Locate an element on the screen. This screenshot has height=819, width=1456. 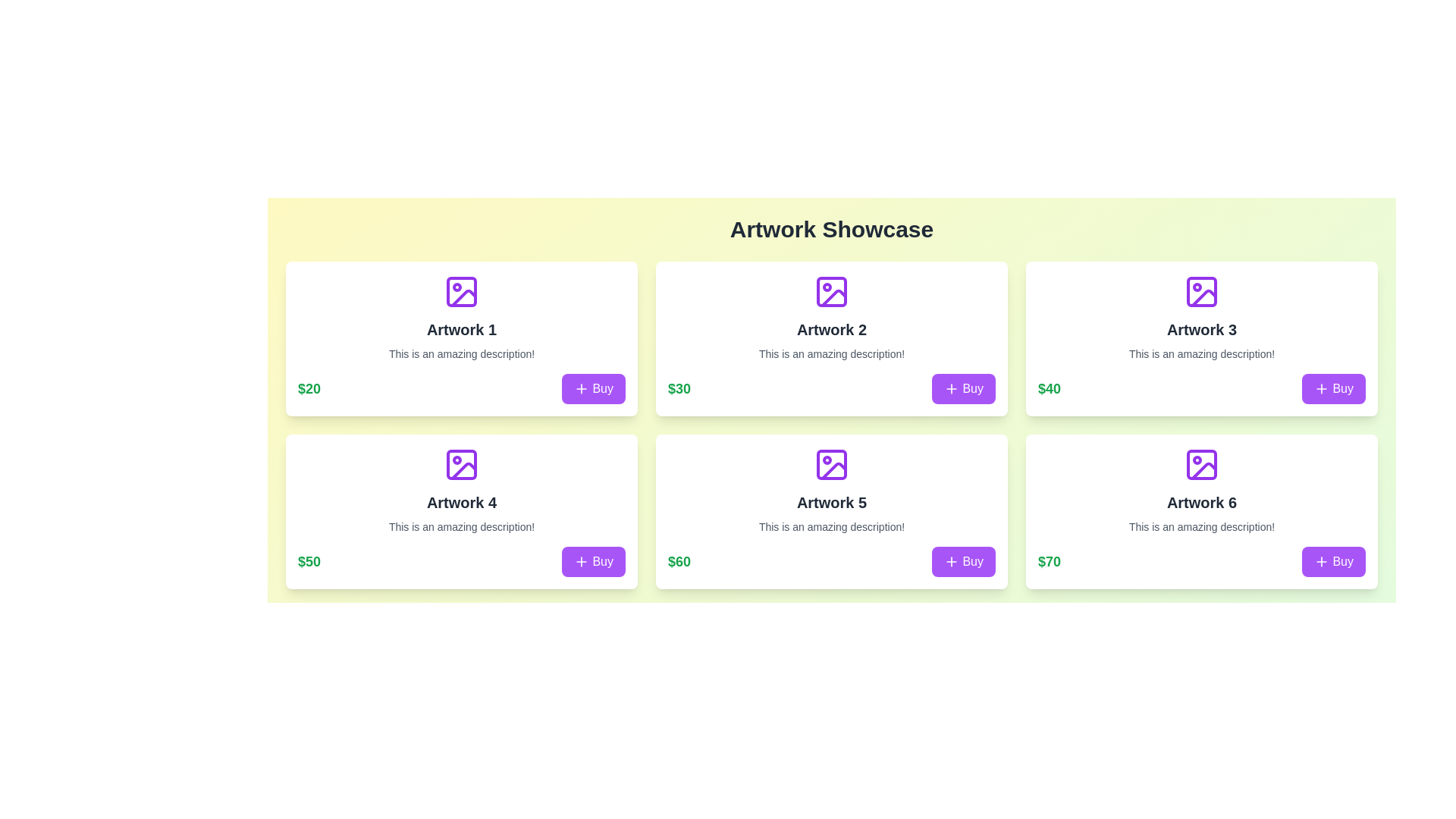
the price displayed is located at coordinates (679, 388).